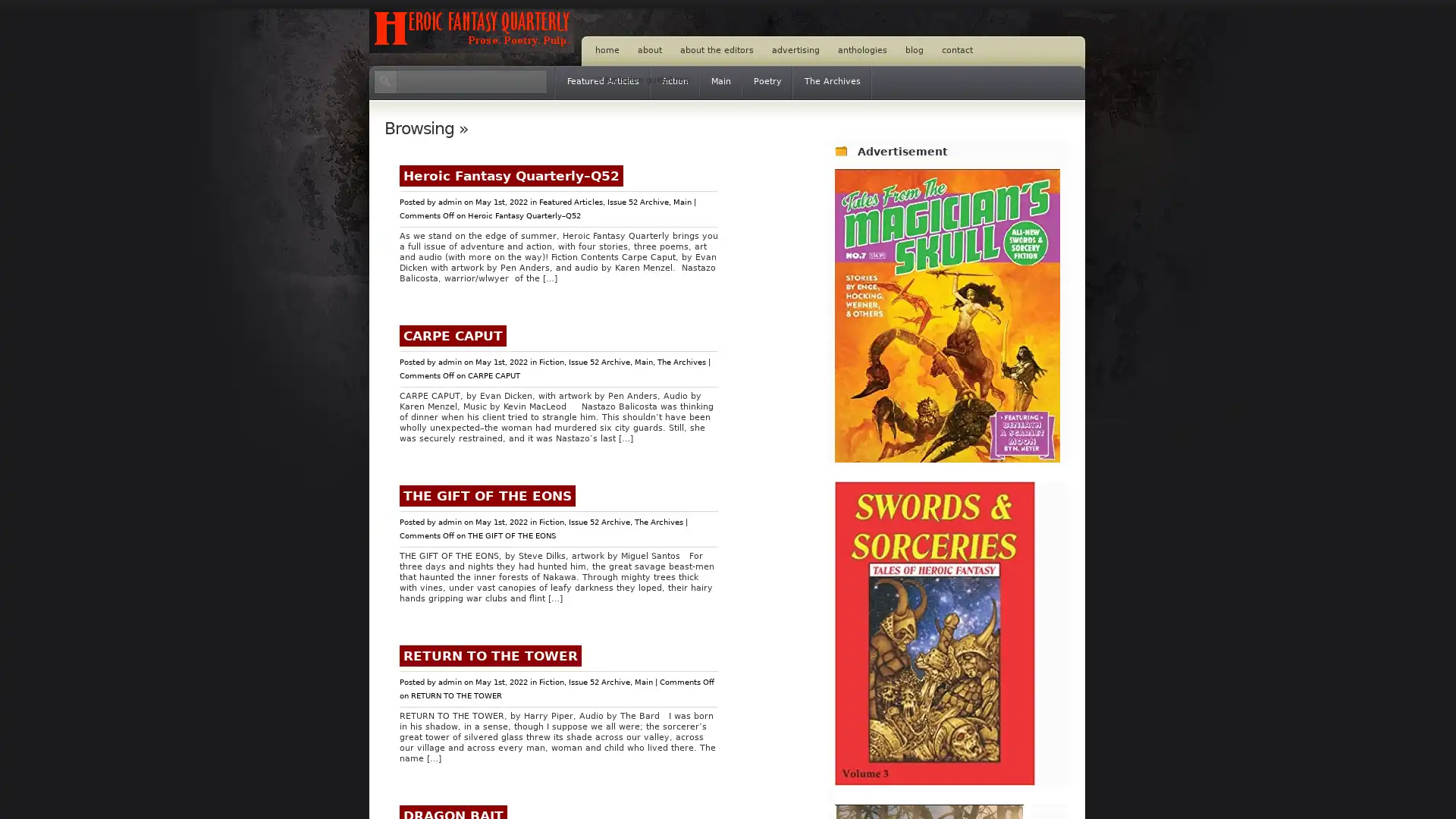 Image resolution: width=1456 pixels, height=819 pixels. What do you see at coordinates (385, 82) in the screenshot?
I see `Search` at bounding box center [385, 82].